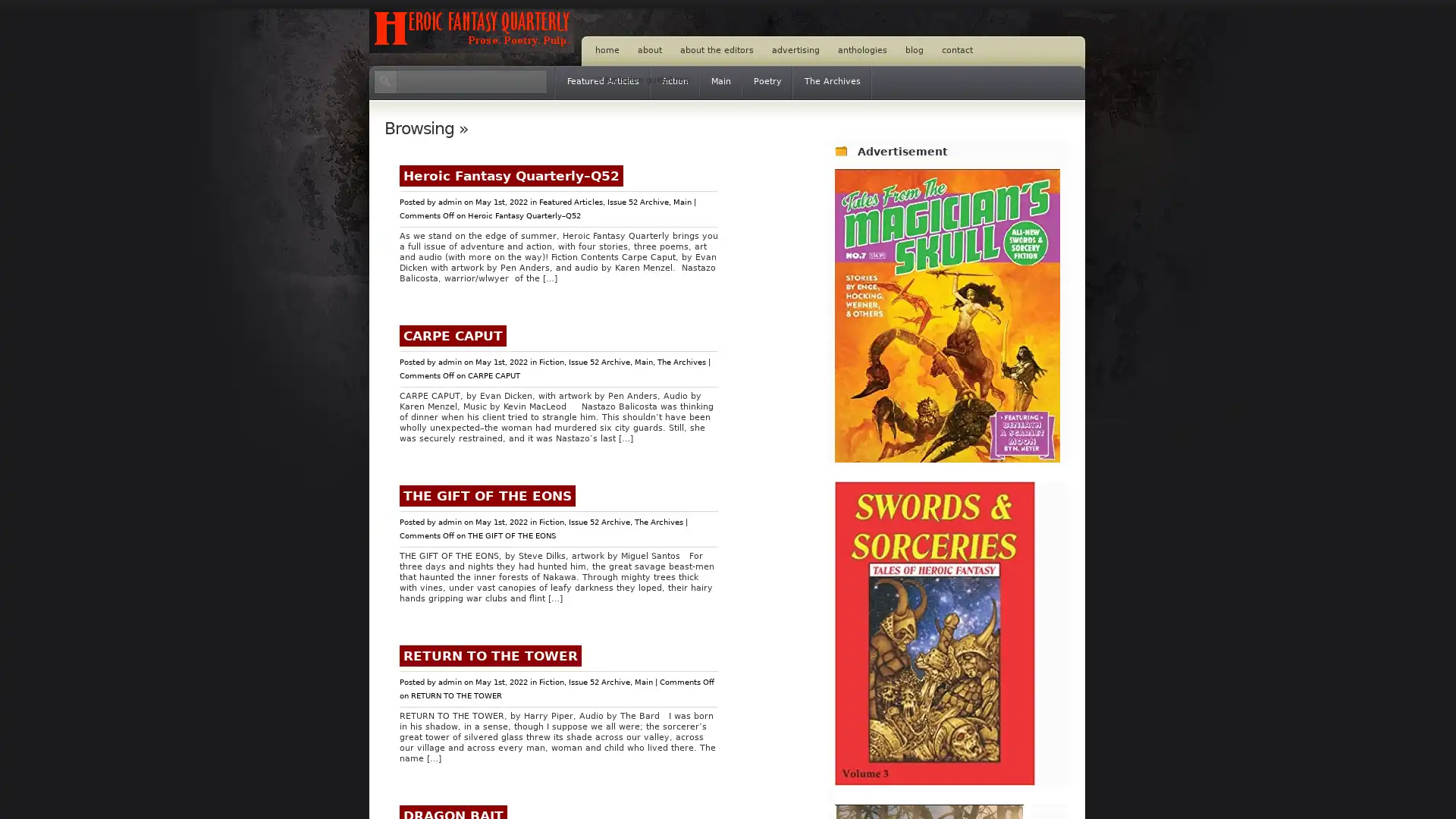 Image resolution: width=1456 pixels, height=819 pixels. What do you see at coordinates (385, 82) in the screenshot?
I see `Search` at bounding box center [385, 82].